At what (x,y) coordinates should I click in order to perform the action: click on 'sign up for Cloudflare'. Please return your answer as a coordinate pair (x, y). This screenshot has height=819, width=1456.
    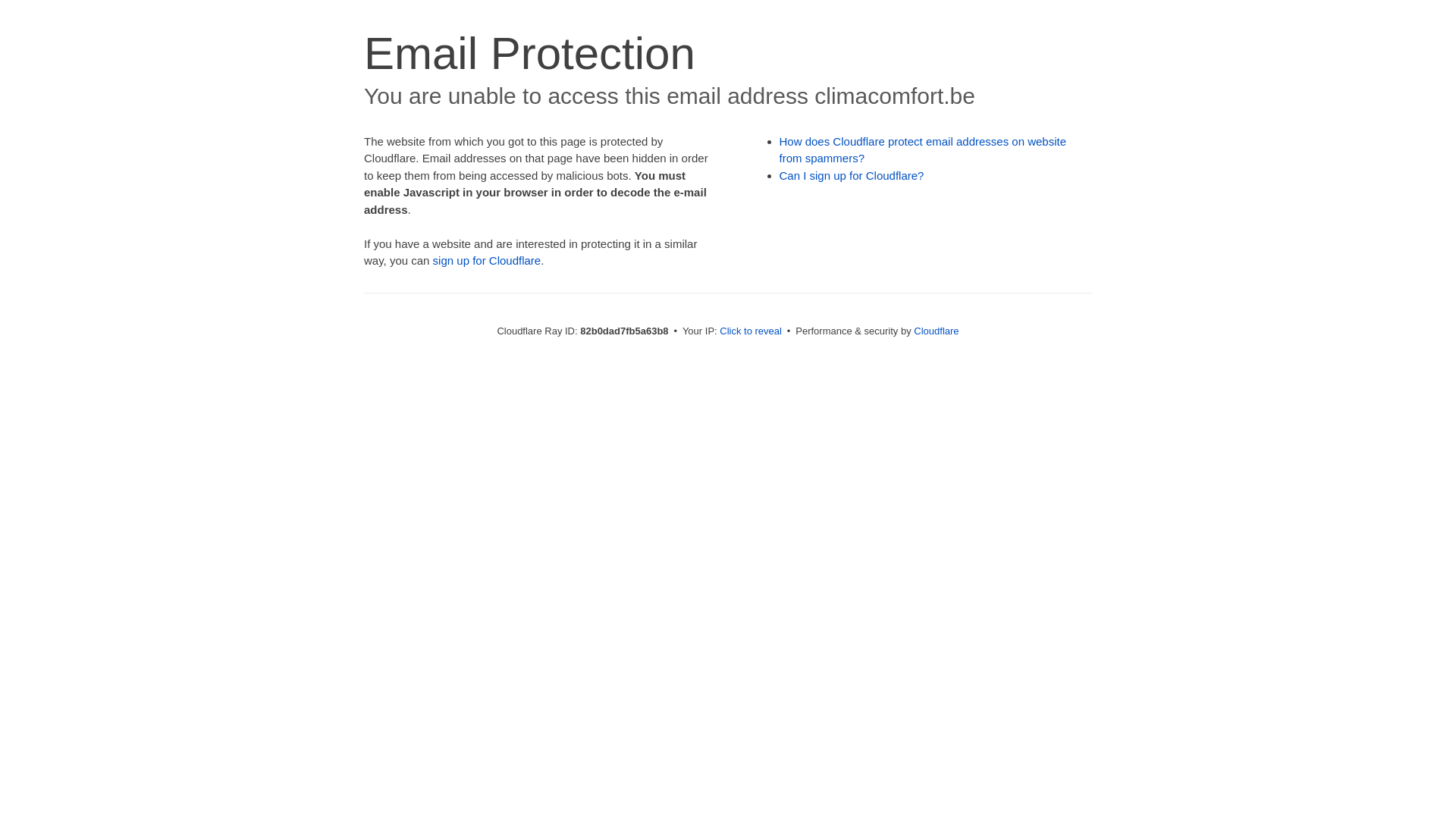
    Looking at the image, I should click on (487, 259).